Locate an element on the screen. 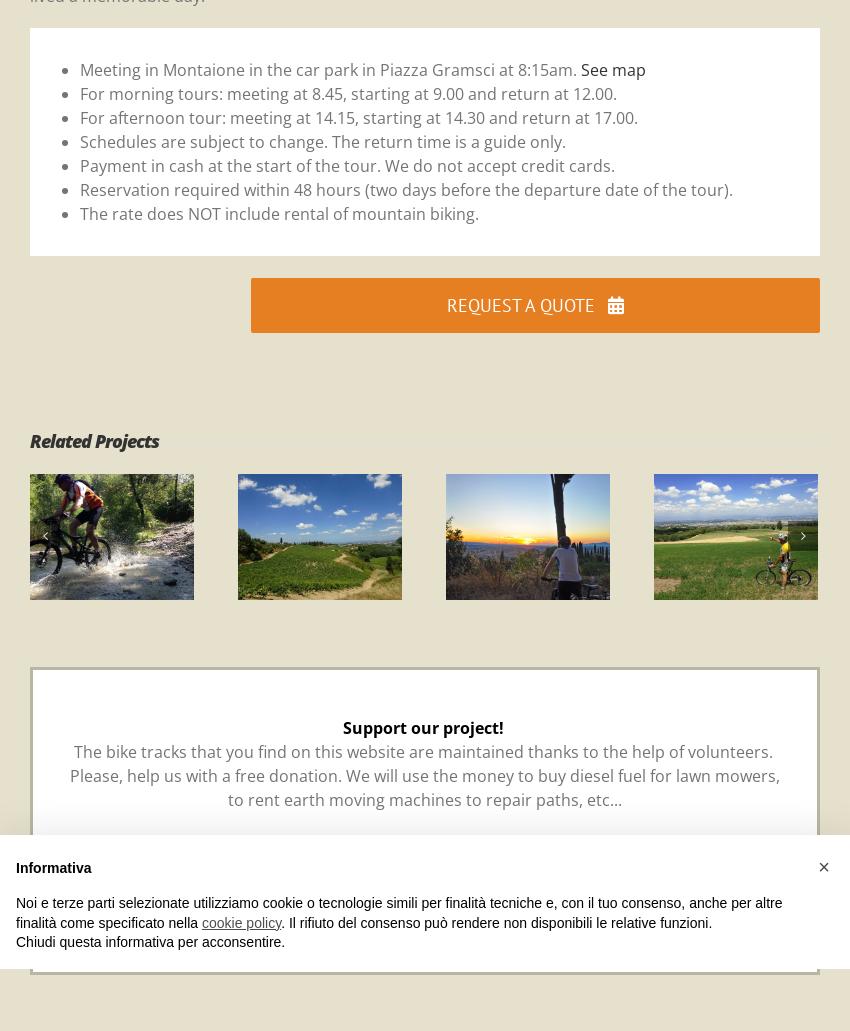  'Payment in cash at the start of the tour. We do not accept credit cards.' is located at coordinates (346, 164).